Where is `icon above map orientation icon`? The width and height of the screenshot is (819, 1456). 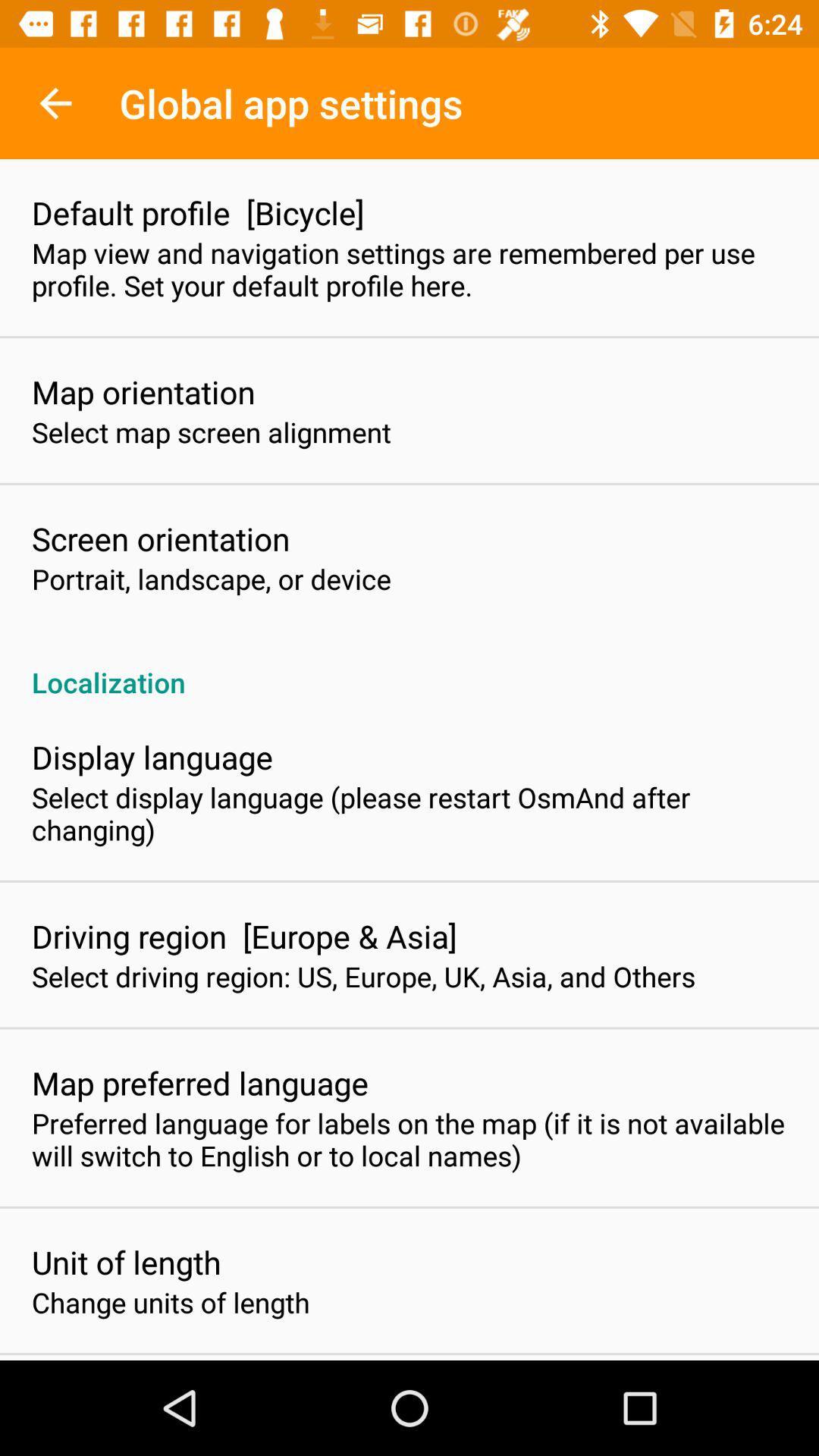 icon above map orientation icon is located at coordinates (409, 269).